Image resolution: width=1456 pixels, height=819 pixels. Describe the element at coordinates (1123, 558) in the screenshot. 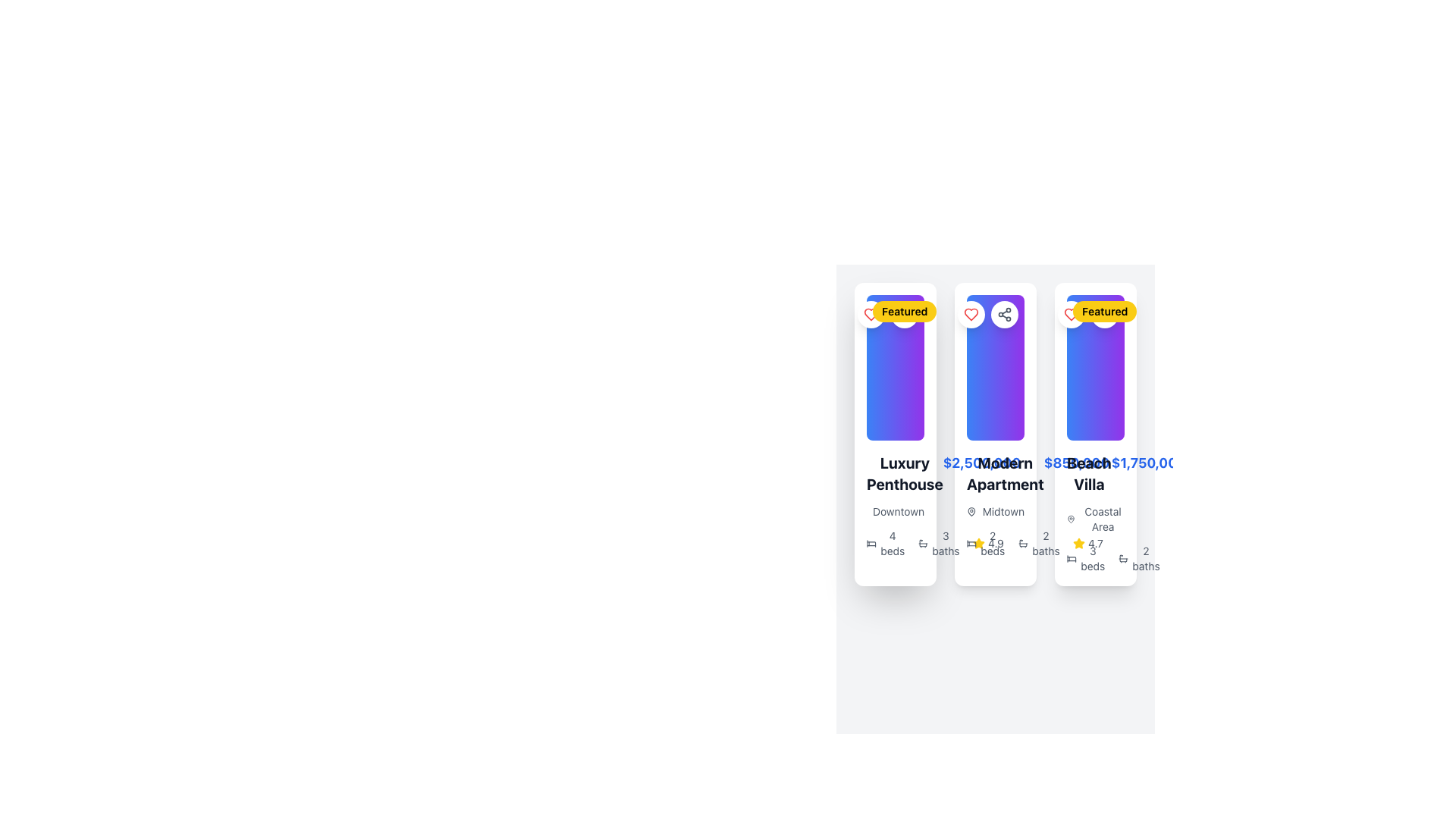

I see `the bathroom icon located to the left of the text '2 baths' in the bottom portion of the property details card` at that location.